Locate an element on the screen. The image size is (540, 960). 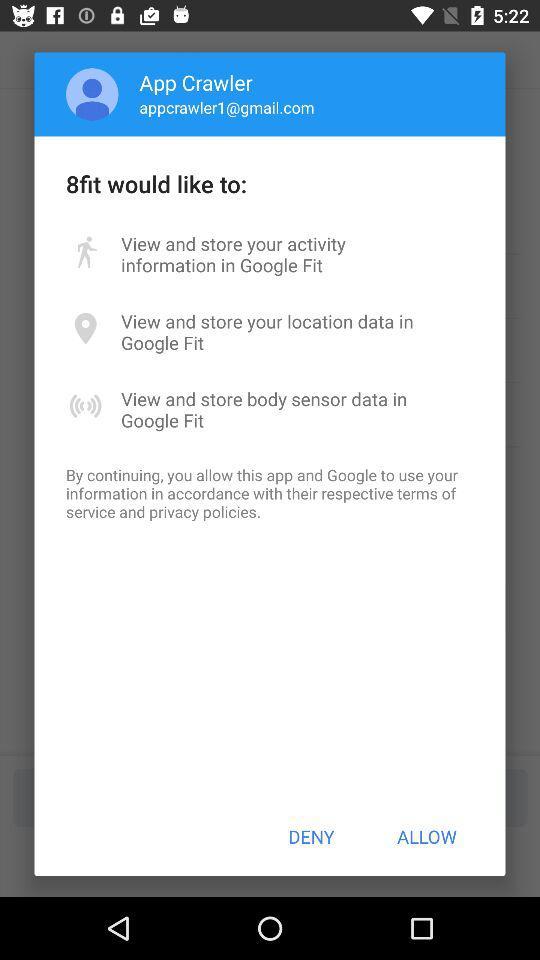
the app crawler icon is located at coordinates (196, 82).